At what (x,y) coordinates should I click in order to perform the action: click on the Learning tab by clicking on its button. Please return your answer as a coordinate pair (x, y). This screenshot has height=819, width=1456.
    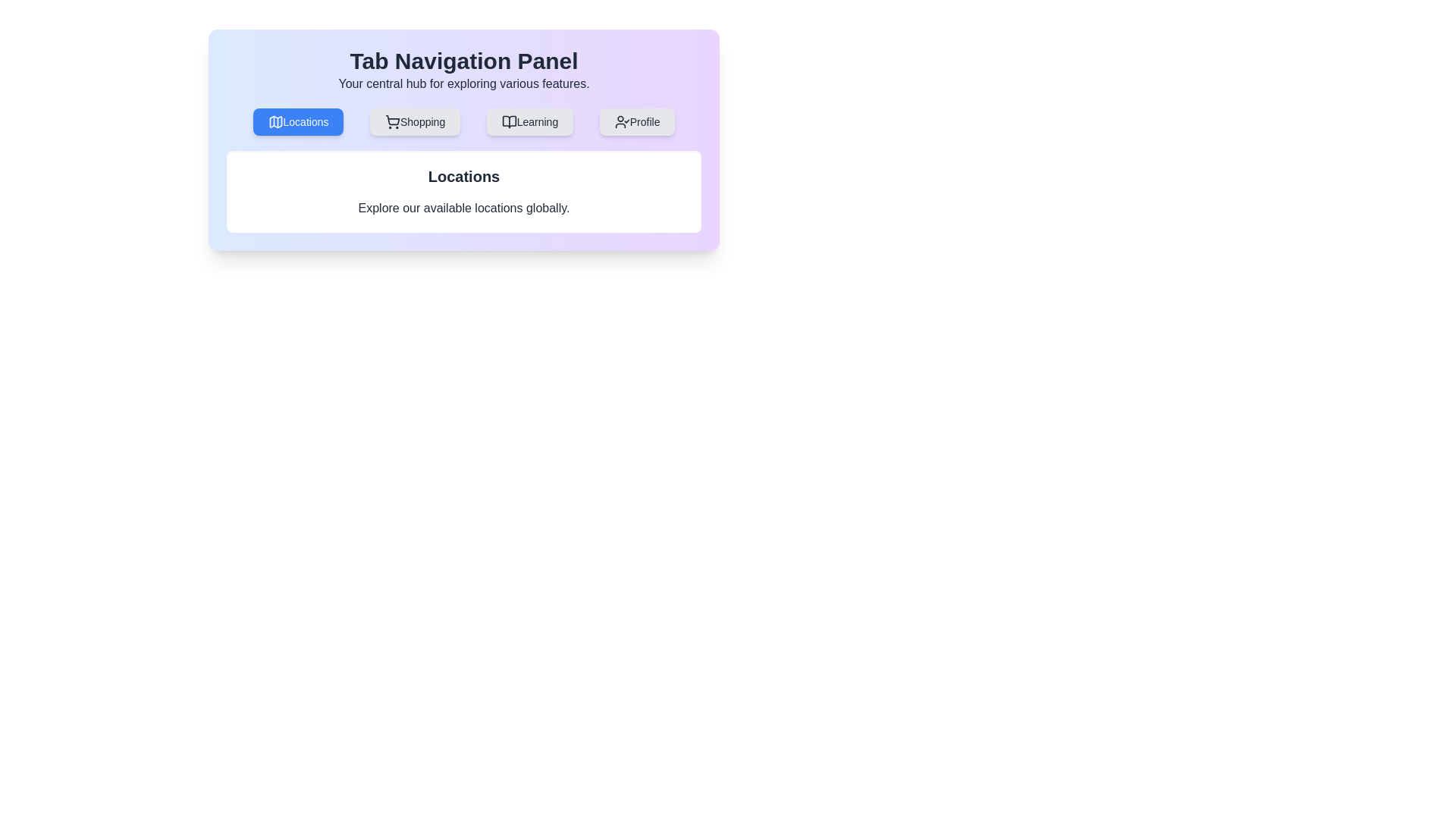
    Looking at the image, I should click on (529, 121).